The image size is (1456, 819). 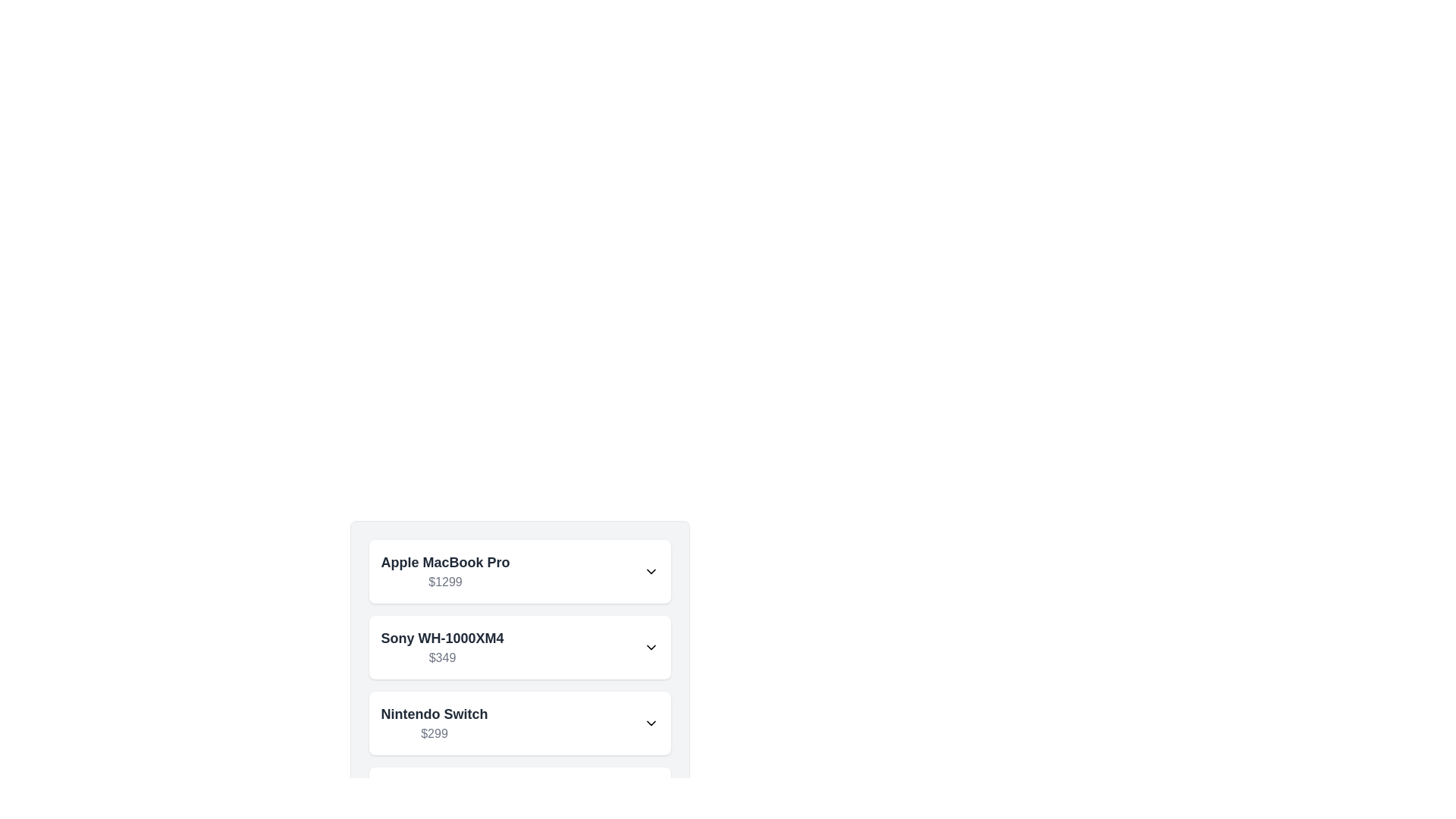 What do you see at coordinates (519, 571) in the screenshot?
I see `the text content of the product card displaying 'Apple MacBook Pro' and its price '$1299', which is the topmost card in the list of product cards` at bounding box center [519, 571].